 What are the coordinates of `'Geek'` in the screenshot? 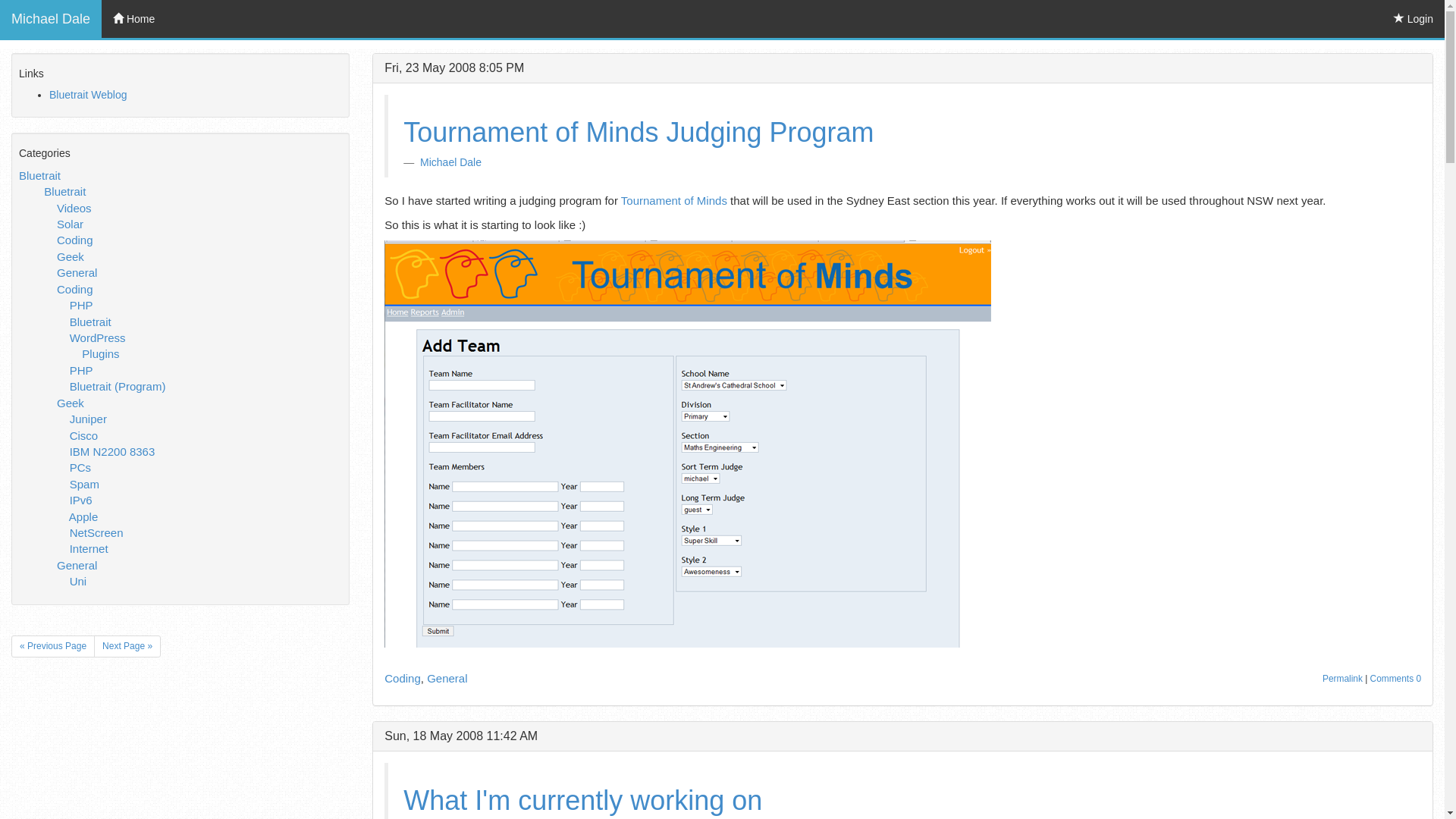 It's located at (57, 402).